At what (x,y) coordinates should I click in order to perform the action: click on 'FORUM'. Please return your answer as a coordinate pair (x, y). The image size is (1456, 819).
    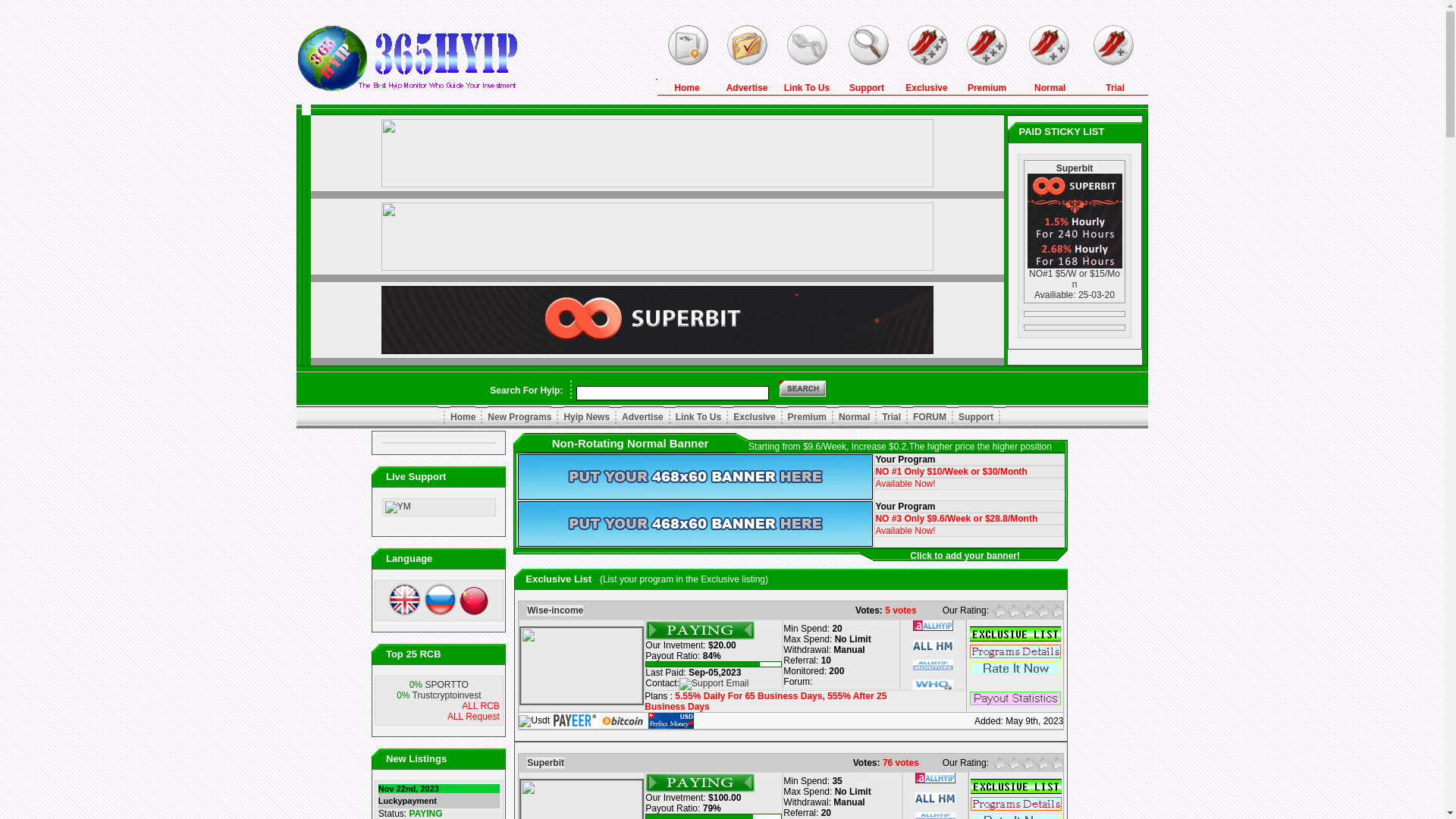
    Looking at the image, I should click on (928, 417).